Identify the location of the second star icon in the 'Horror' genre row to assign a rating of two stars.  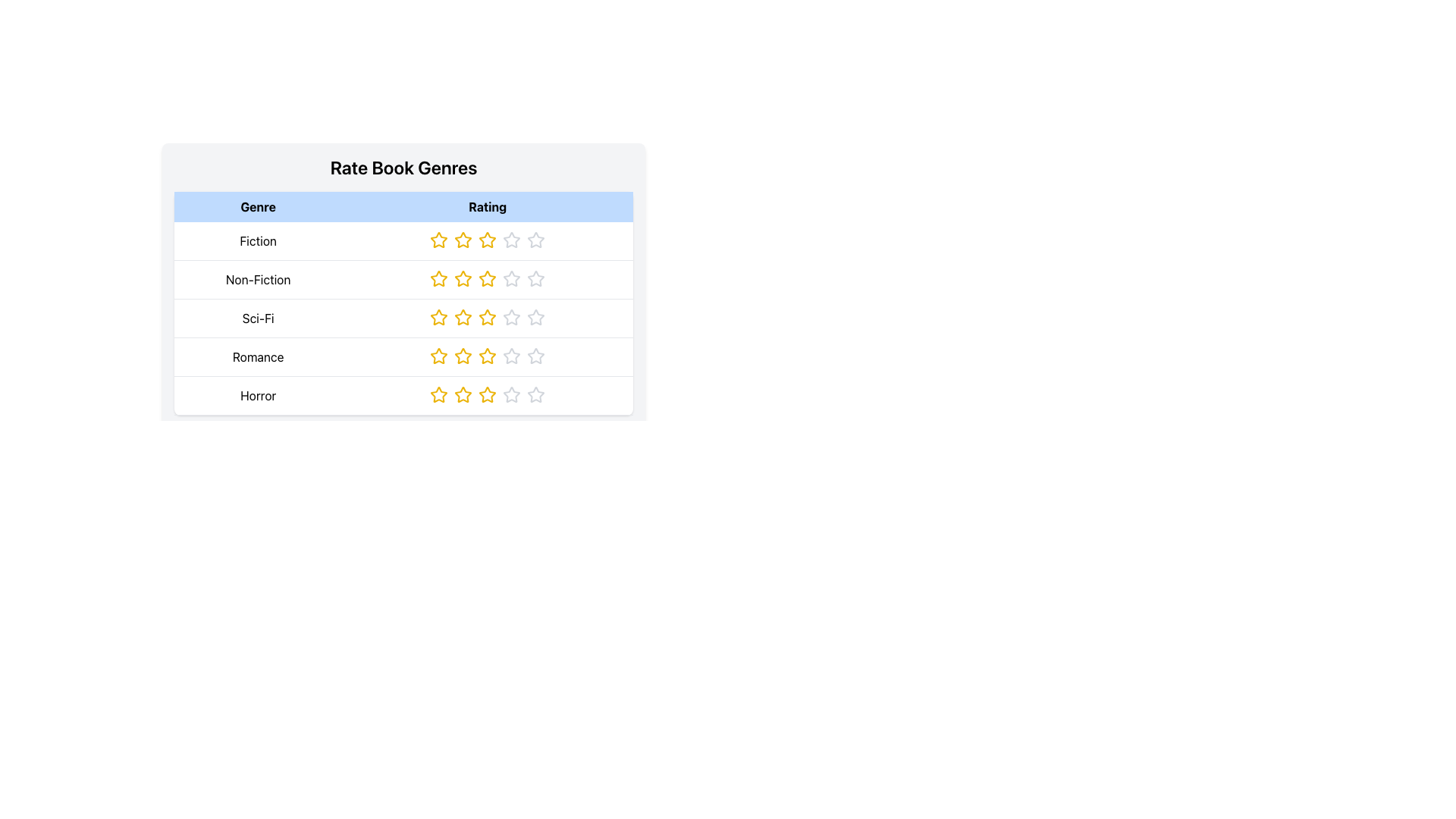
(463, 394).